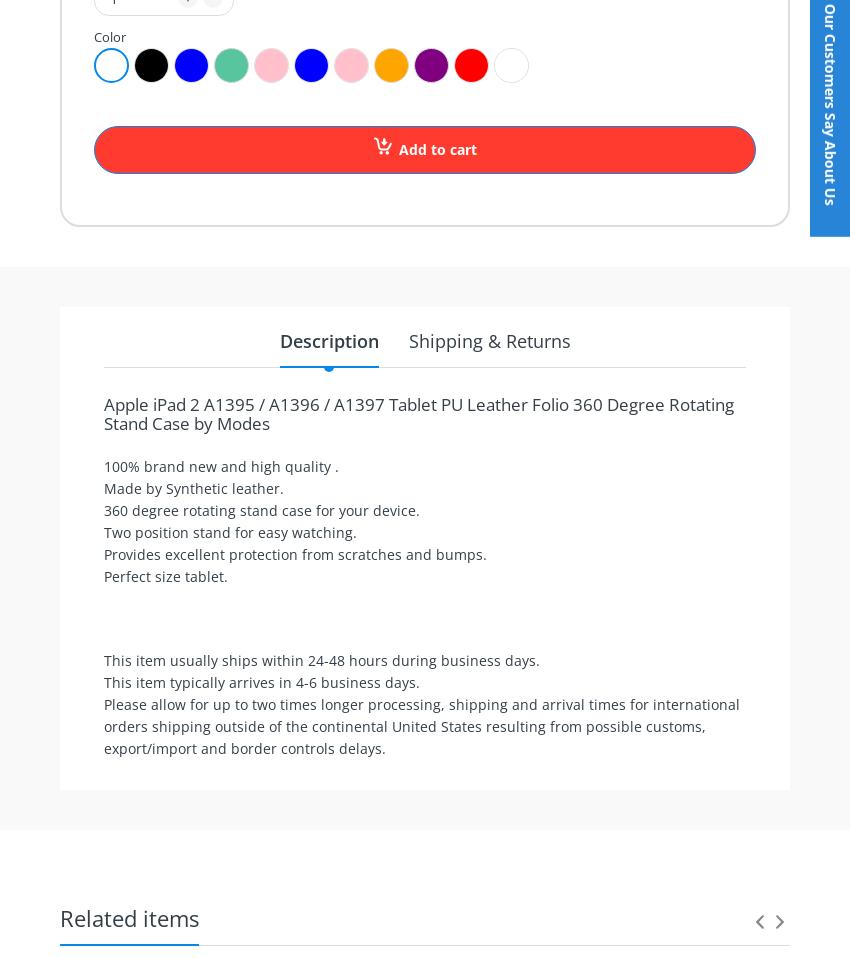  What do you see at coordinates (129, 916) in the screenshot?
I see `'Related items'` at bounding box center [129, 916].